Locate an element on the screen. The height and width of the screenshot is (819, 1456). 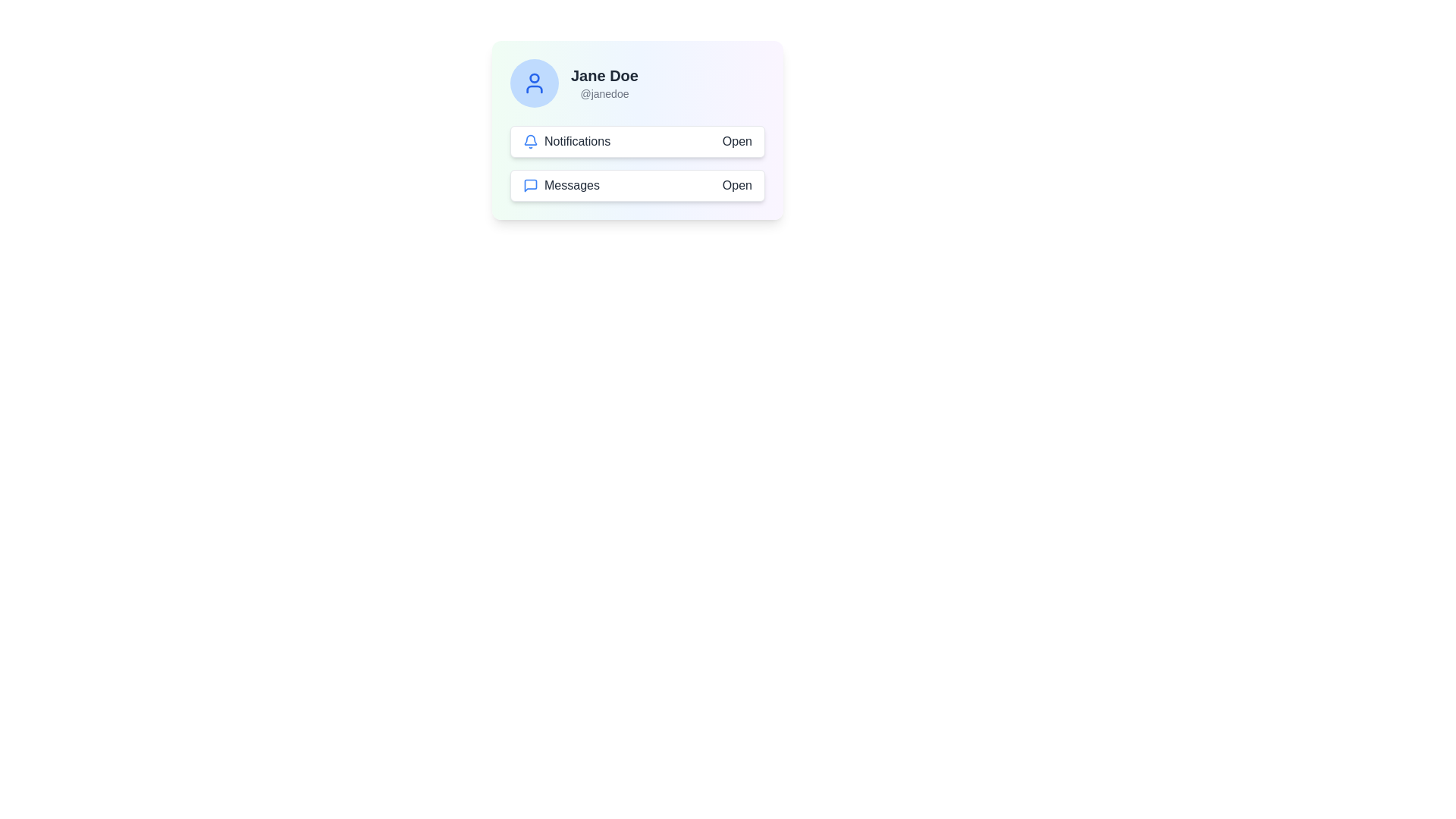
the text label that indicates the purpose of the associated chat bubble icon, located to the left of the 'Open' button within the 'MessagesOpen' group is located at coordinates (560, 185).